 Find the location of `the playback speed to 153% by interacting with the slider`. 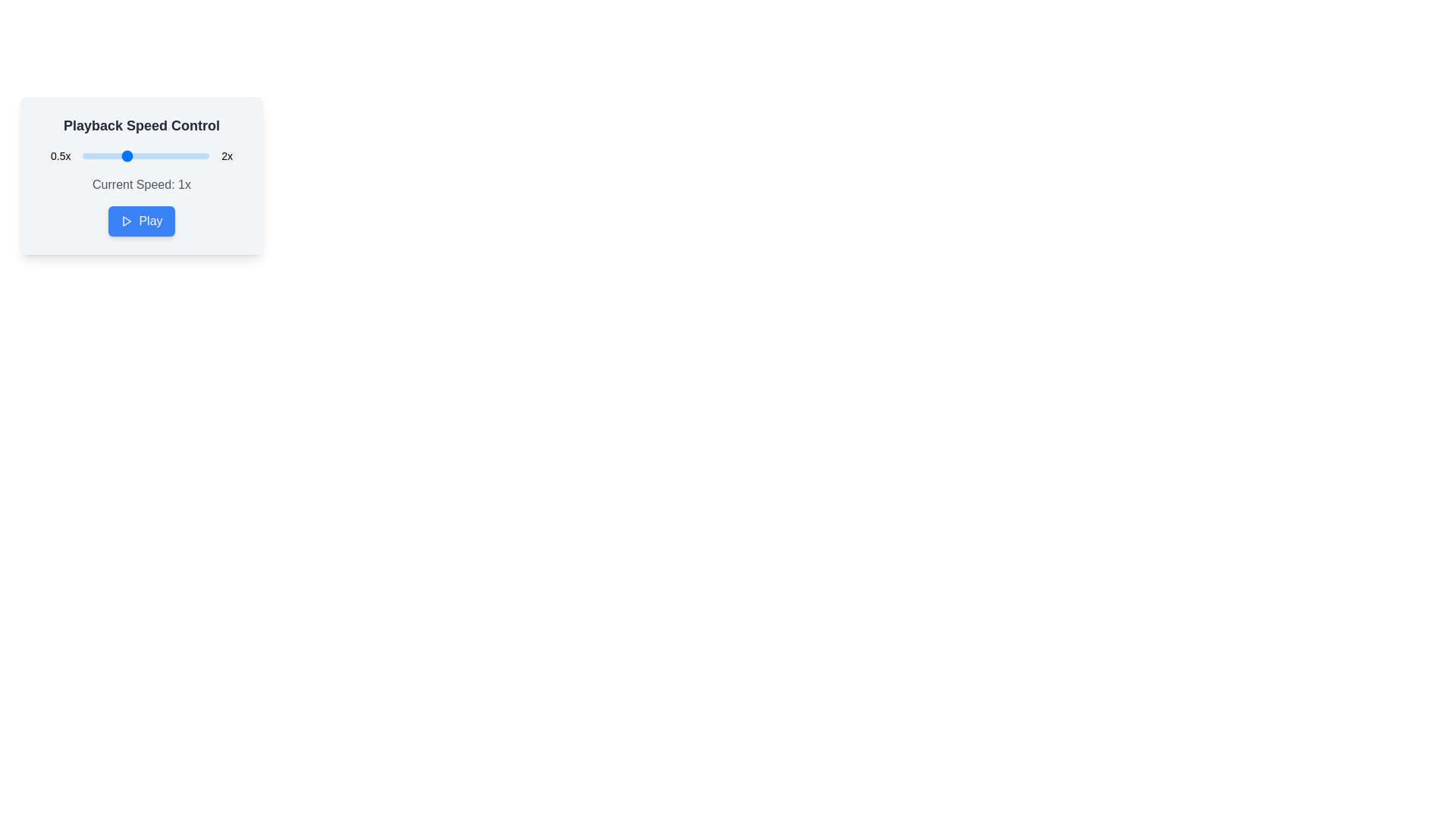

the playback speed to 153% by interacting with the slider is located at coordinates (169, 155).